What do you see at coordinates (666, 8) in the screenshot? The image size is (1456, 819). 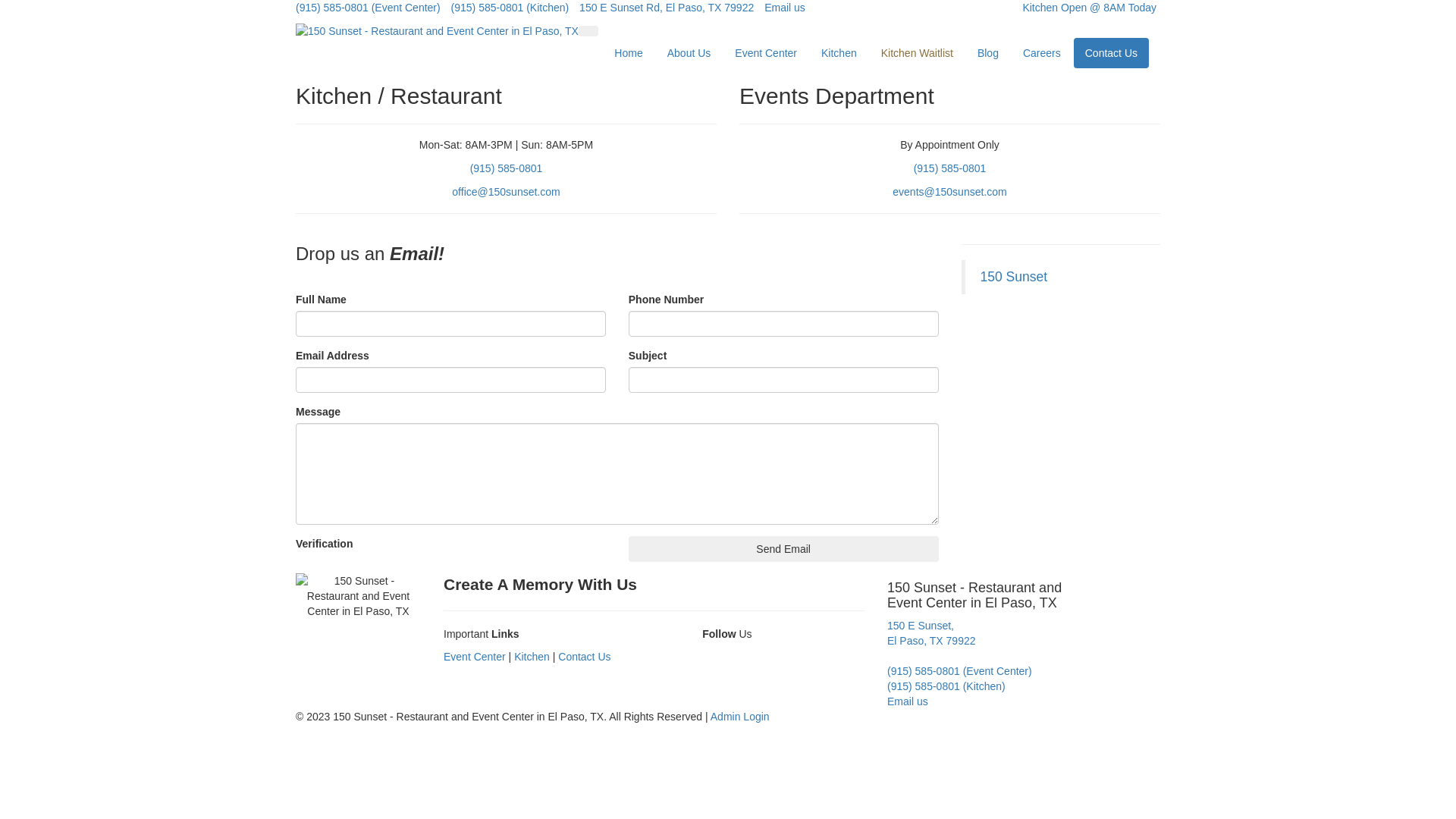 I see `'150 E Sunset Rd, El Paso, TX 79922'` at bounding box center [666, 8].